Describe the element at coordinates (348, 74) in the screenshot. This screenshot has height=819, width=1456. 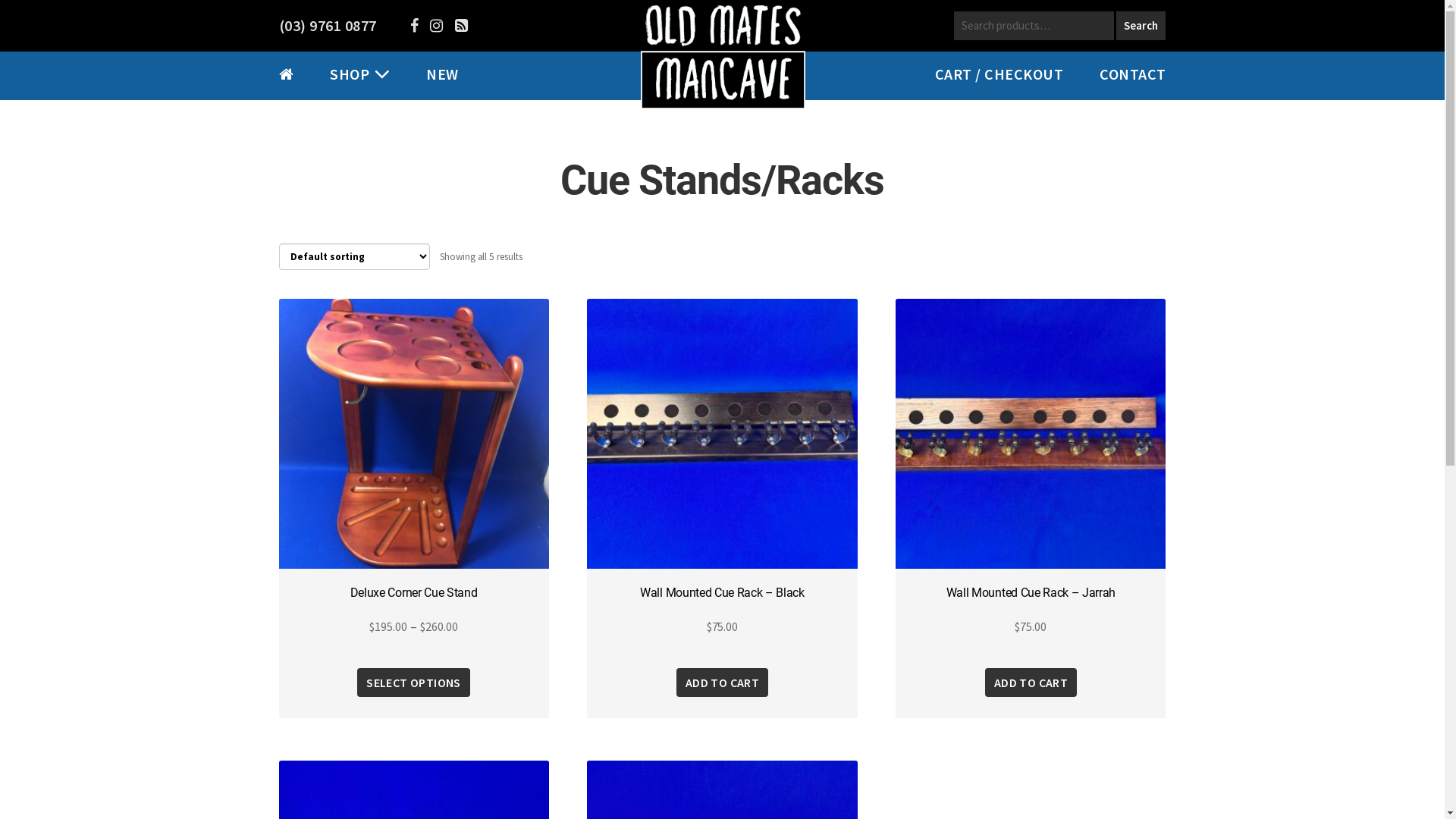
I see `'SHOP'` at that location.